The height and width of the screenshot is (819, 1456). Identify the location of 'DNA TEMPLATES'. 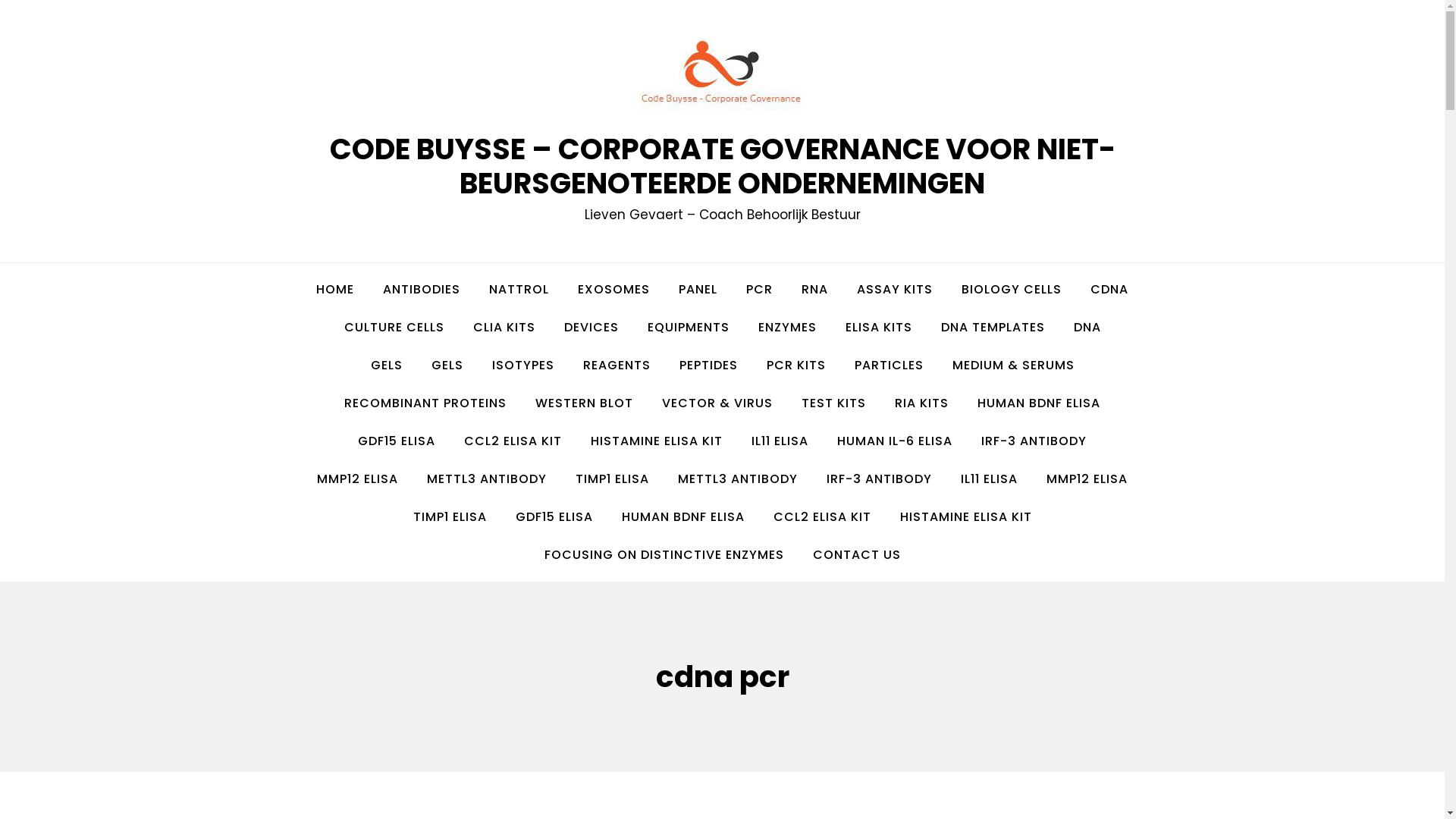
(993, 327).